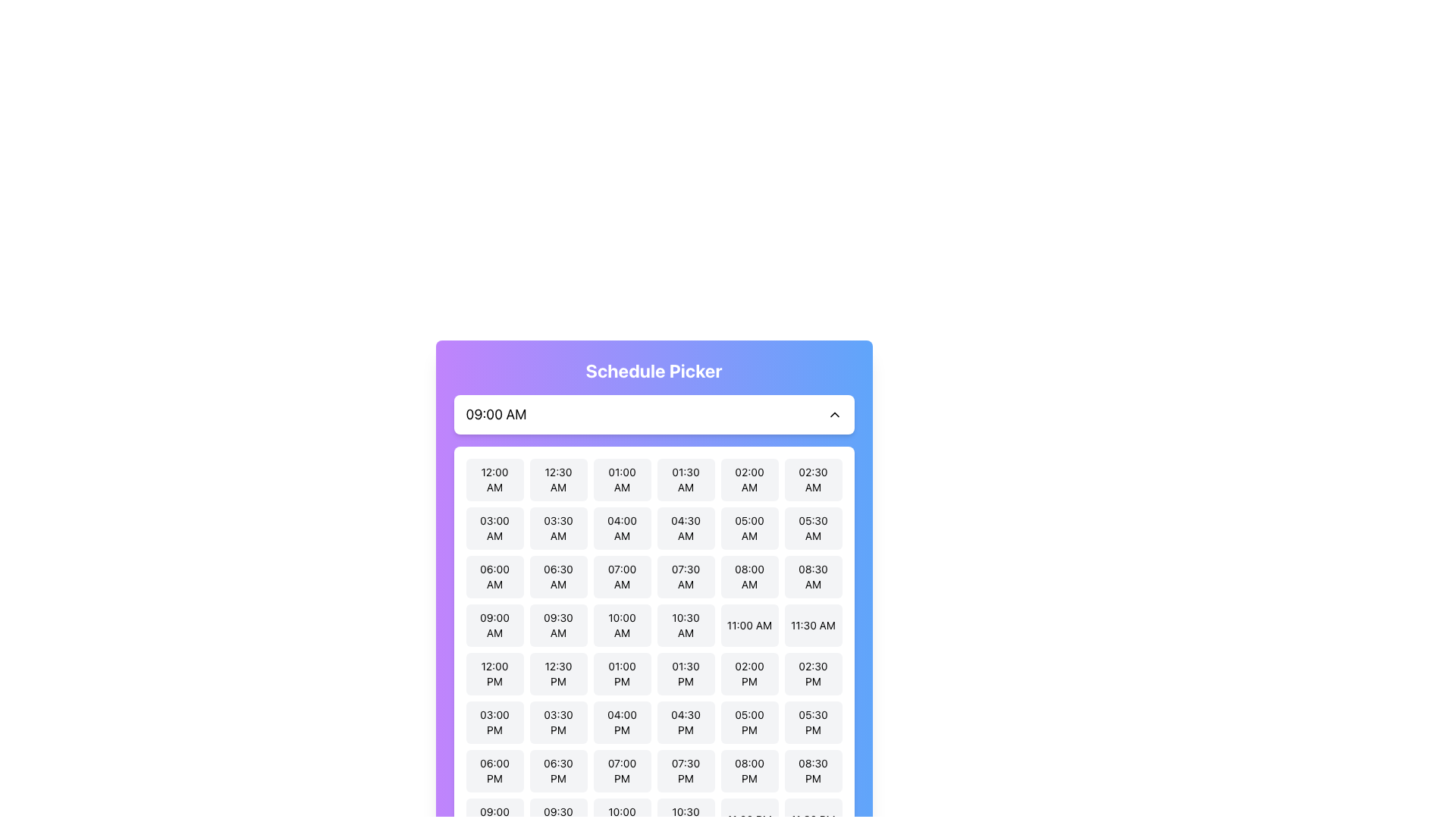 This screenshot has height=819, width=1456. Describe the element at coordinates (685, 673) in the screenshot. I see `the button displaying the time '01:30 PM' in bold, black text within a light gray, rounded rectangle` at that location.